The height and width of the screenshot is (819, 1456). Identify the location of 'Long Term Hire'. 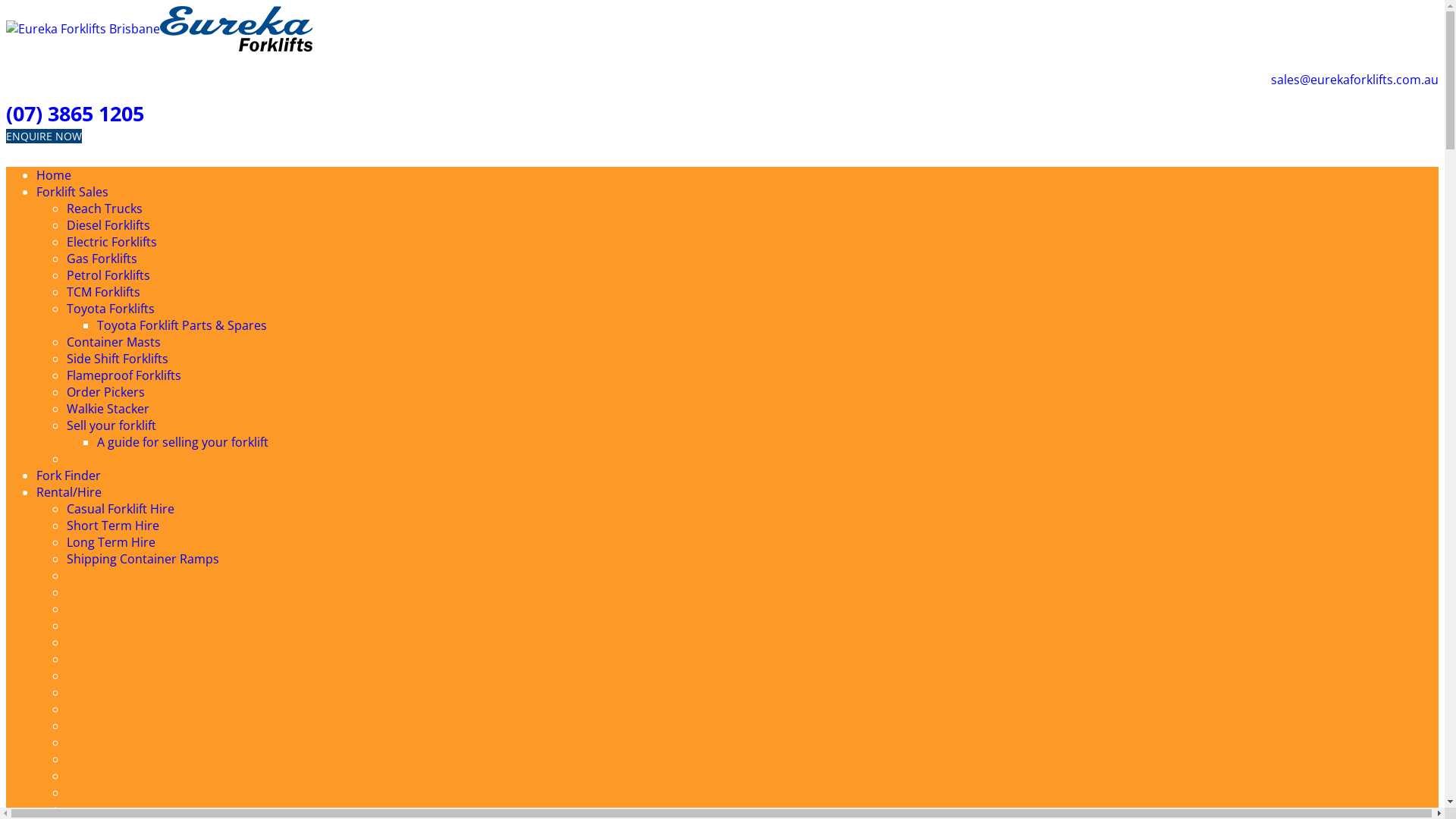
(65, 541).